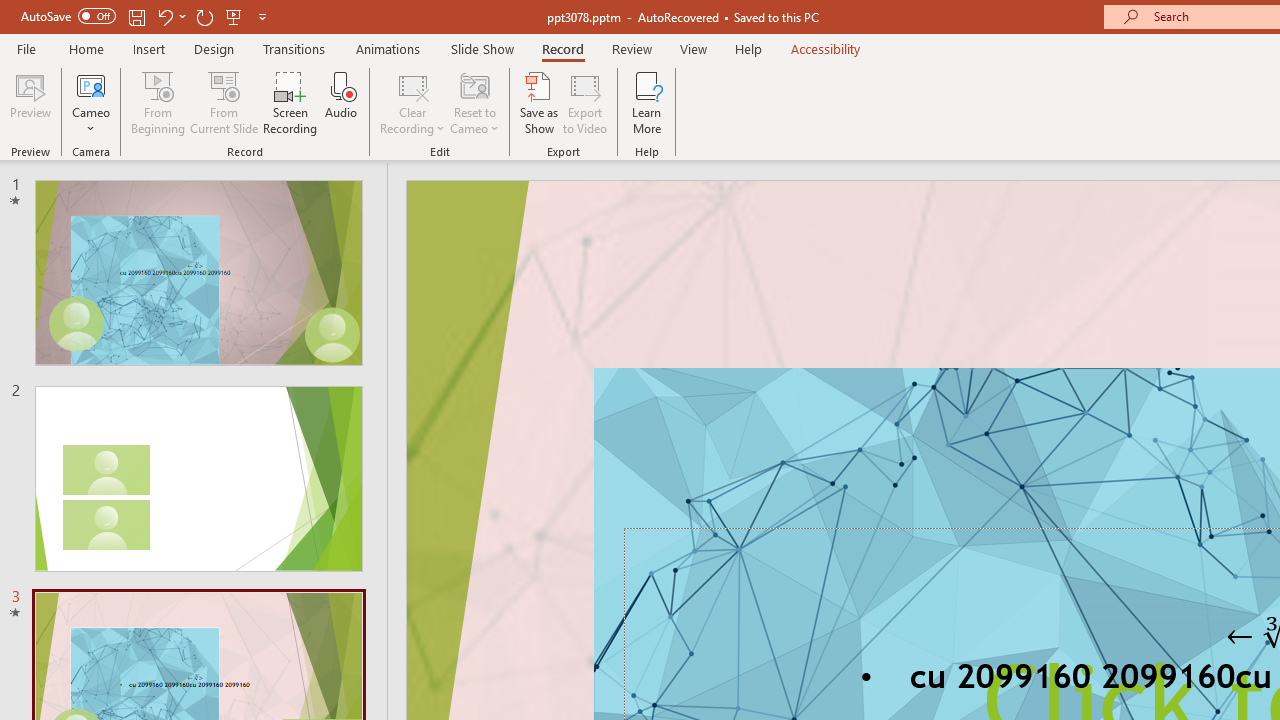 The image size is (1280, 720). I want to click on 'Export to Video', so click(584, 103).